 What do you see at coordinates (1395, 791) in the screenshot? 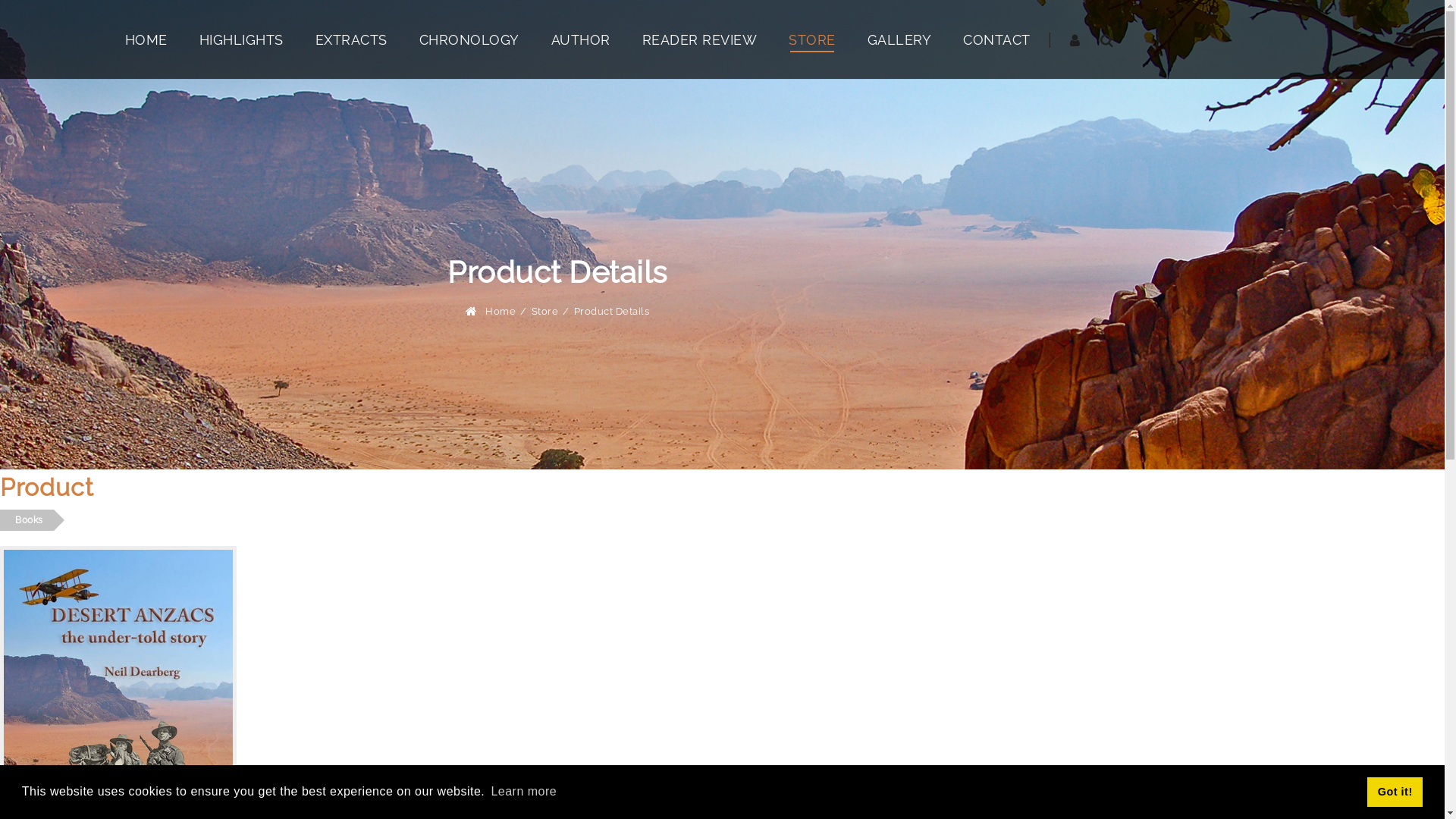
I see `'Got it!'` at bounding box center [1395, 791].